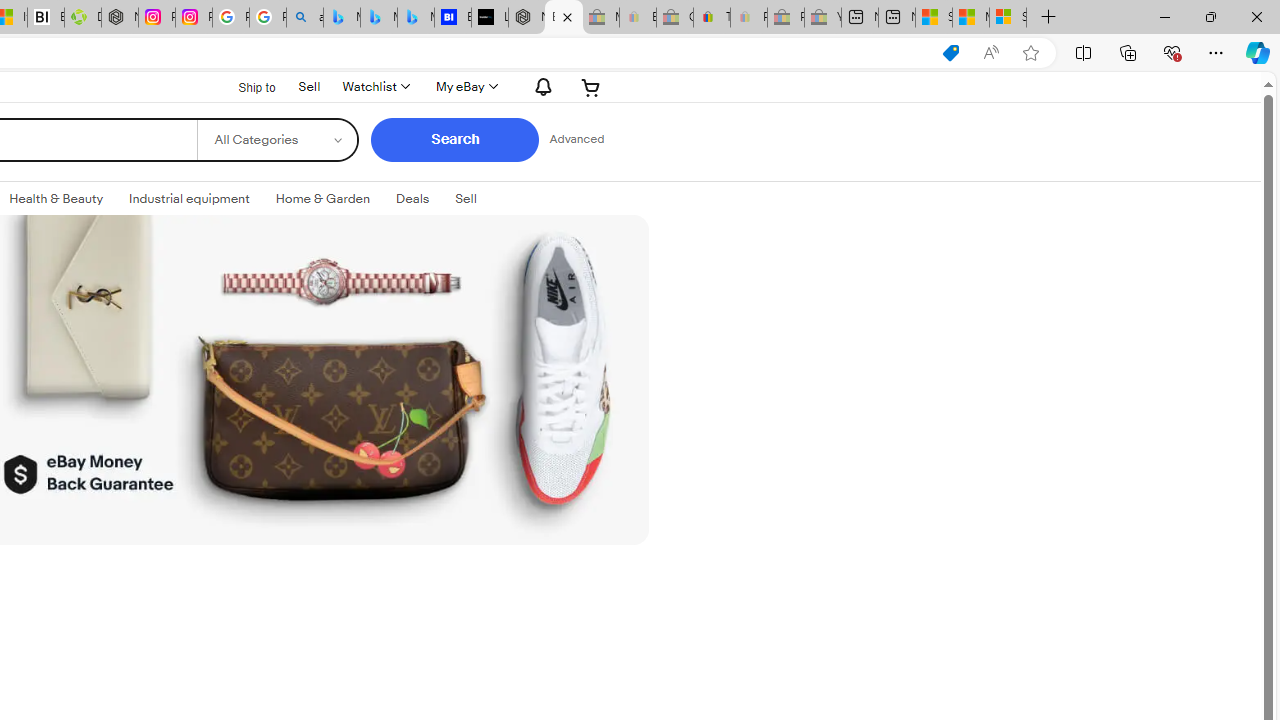 The image size is (1280, 720). Describe the element at coordinates (375, 86) in the screenshot. I see `'WatchlistExpand Watch List'` at that location.